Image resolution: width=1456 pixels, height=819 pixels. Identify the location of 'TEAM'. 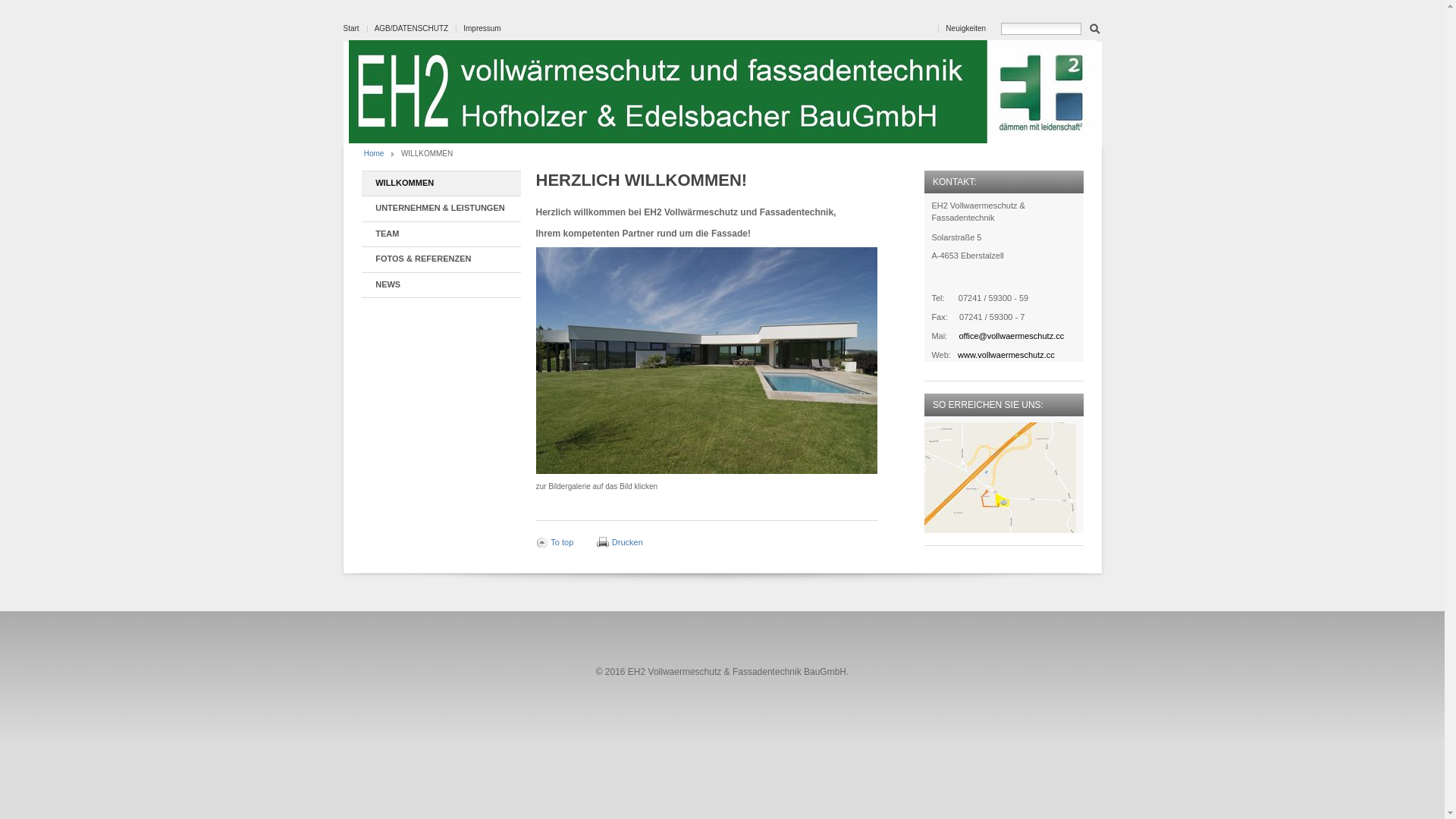
(439, 234).